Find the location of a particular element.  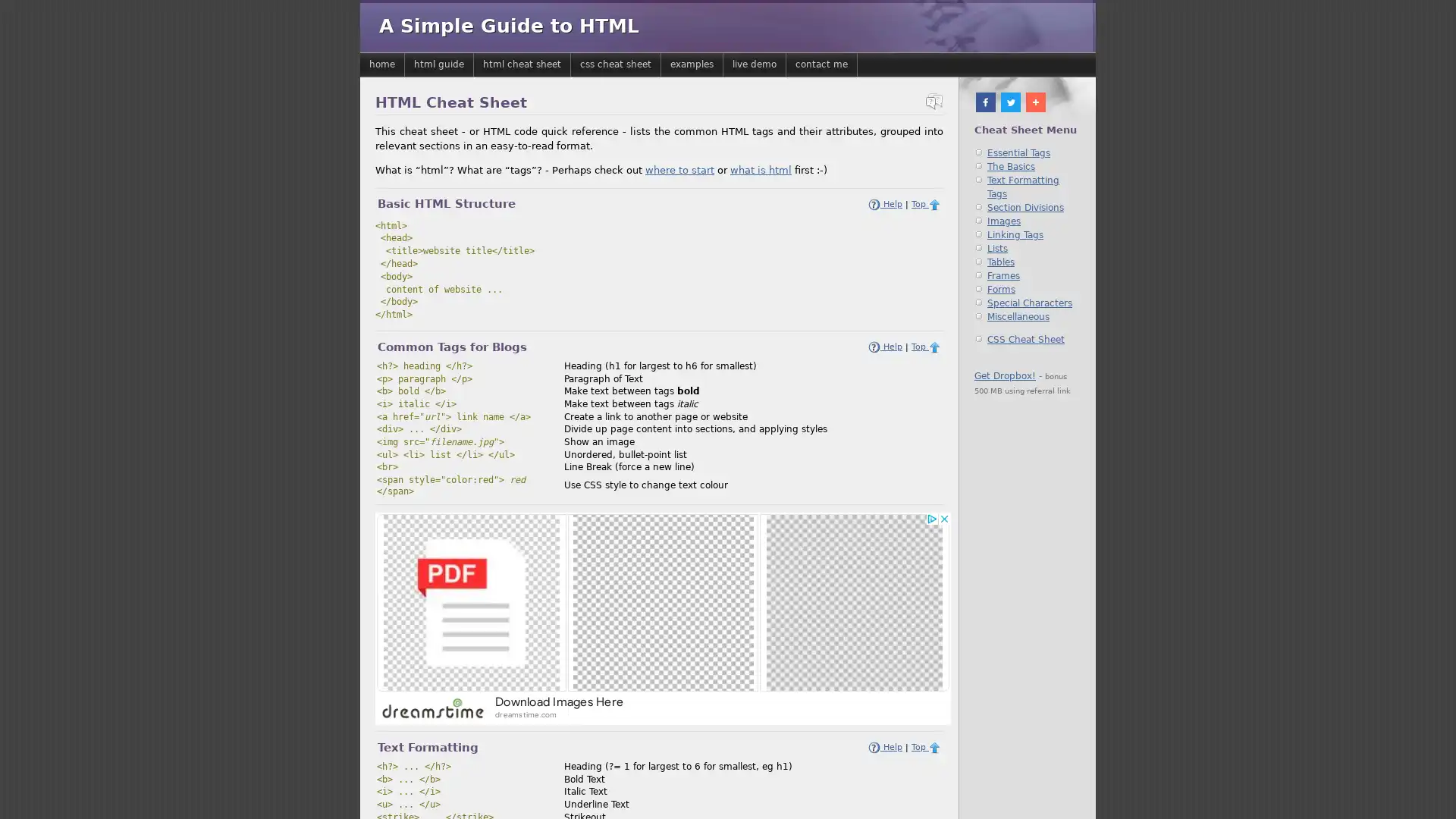

Share to Facebook is located at coordinates (986, 102).